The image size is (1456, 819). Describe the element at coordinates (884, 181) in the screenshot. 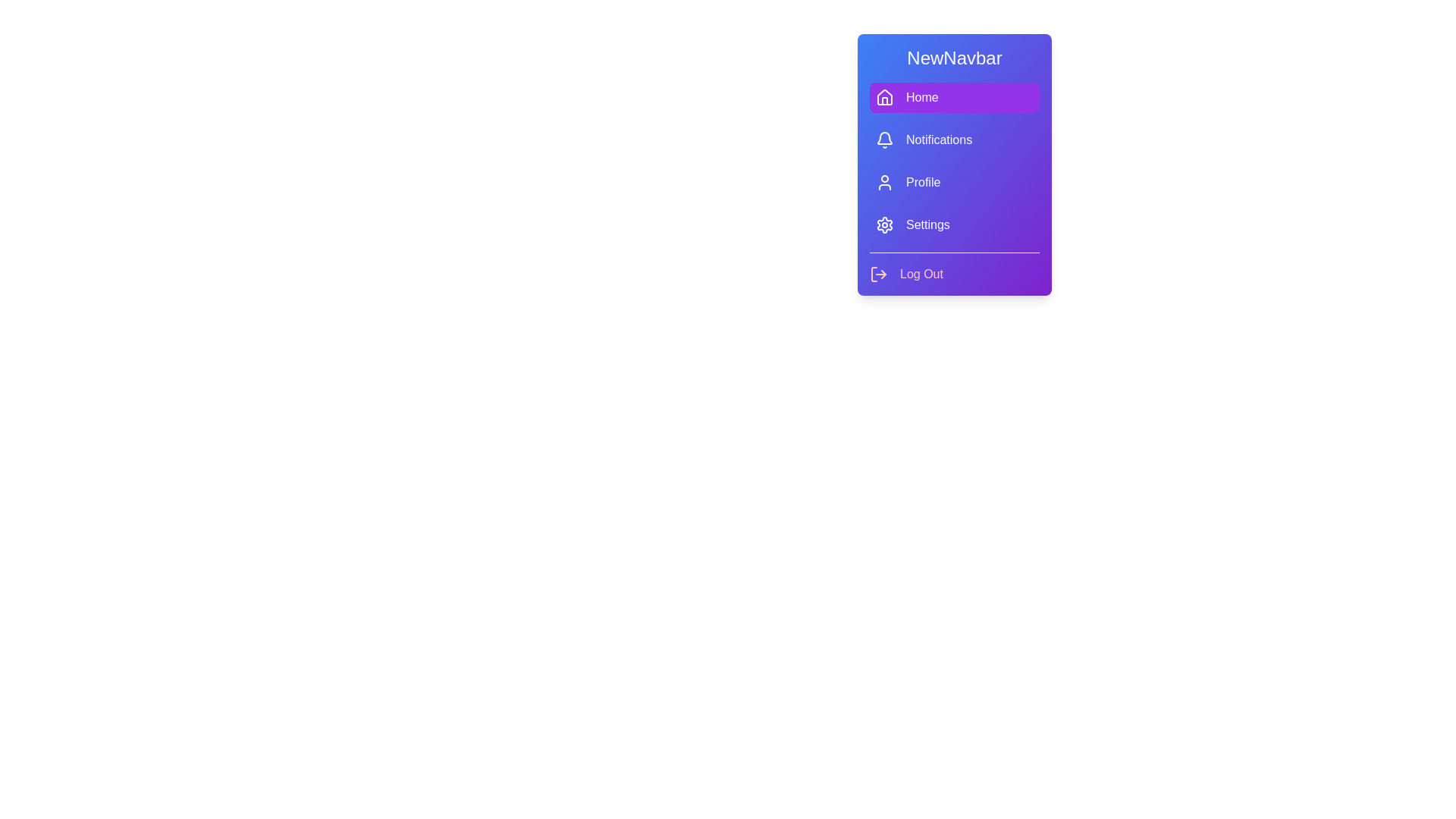

I see `the 'Profile' menu item icon in the vertical navigation menu, located below 'Notifications' and above 'Settings'` at that location.